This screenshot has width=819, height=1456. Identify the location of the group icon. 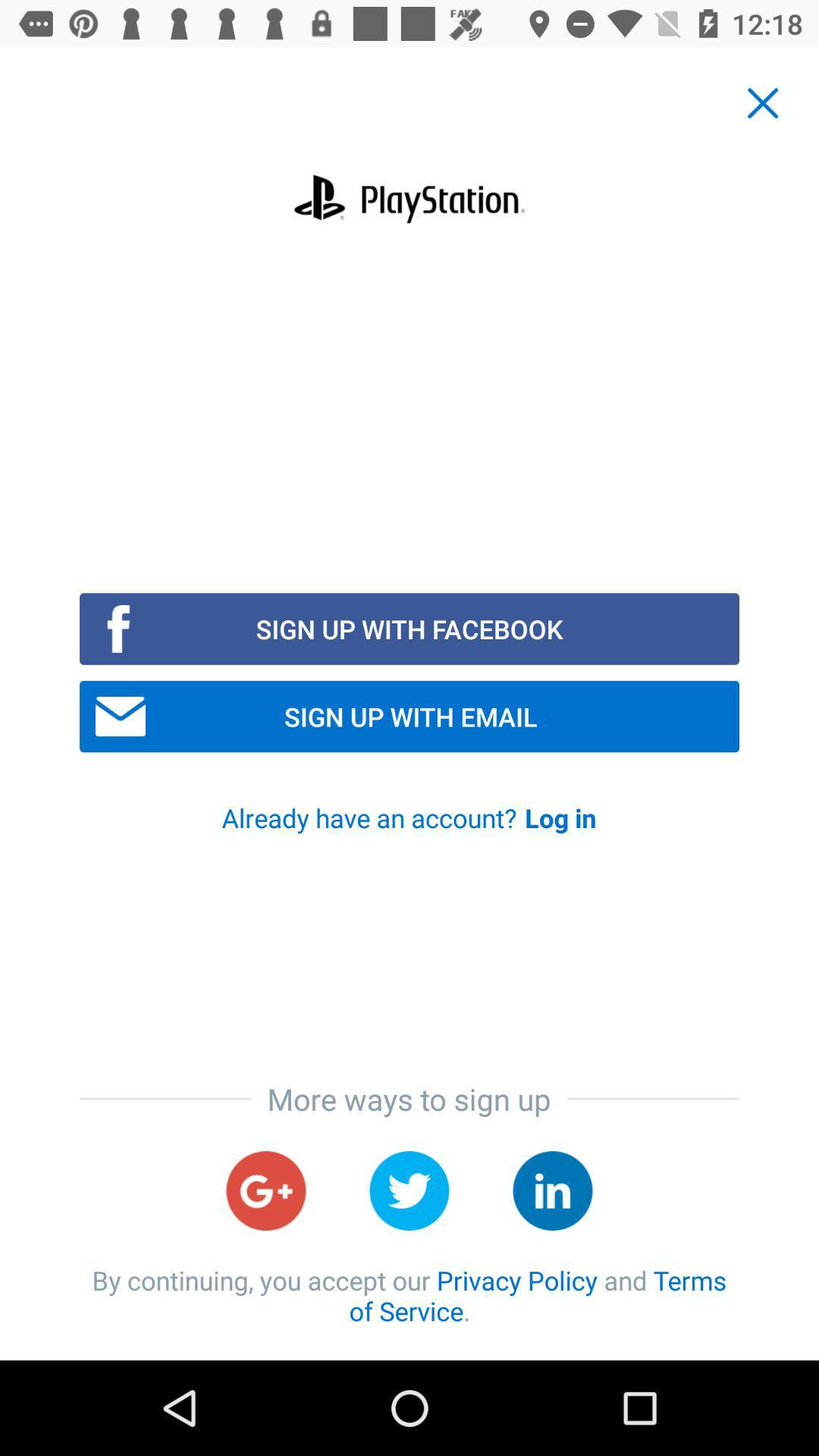
(553, 1190).